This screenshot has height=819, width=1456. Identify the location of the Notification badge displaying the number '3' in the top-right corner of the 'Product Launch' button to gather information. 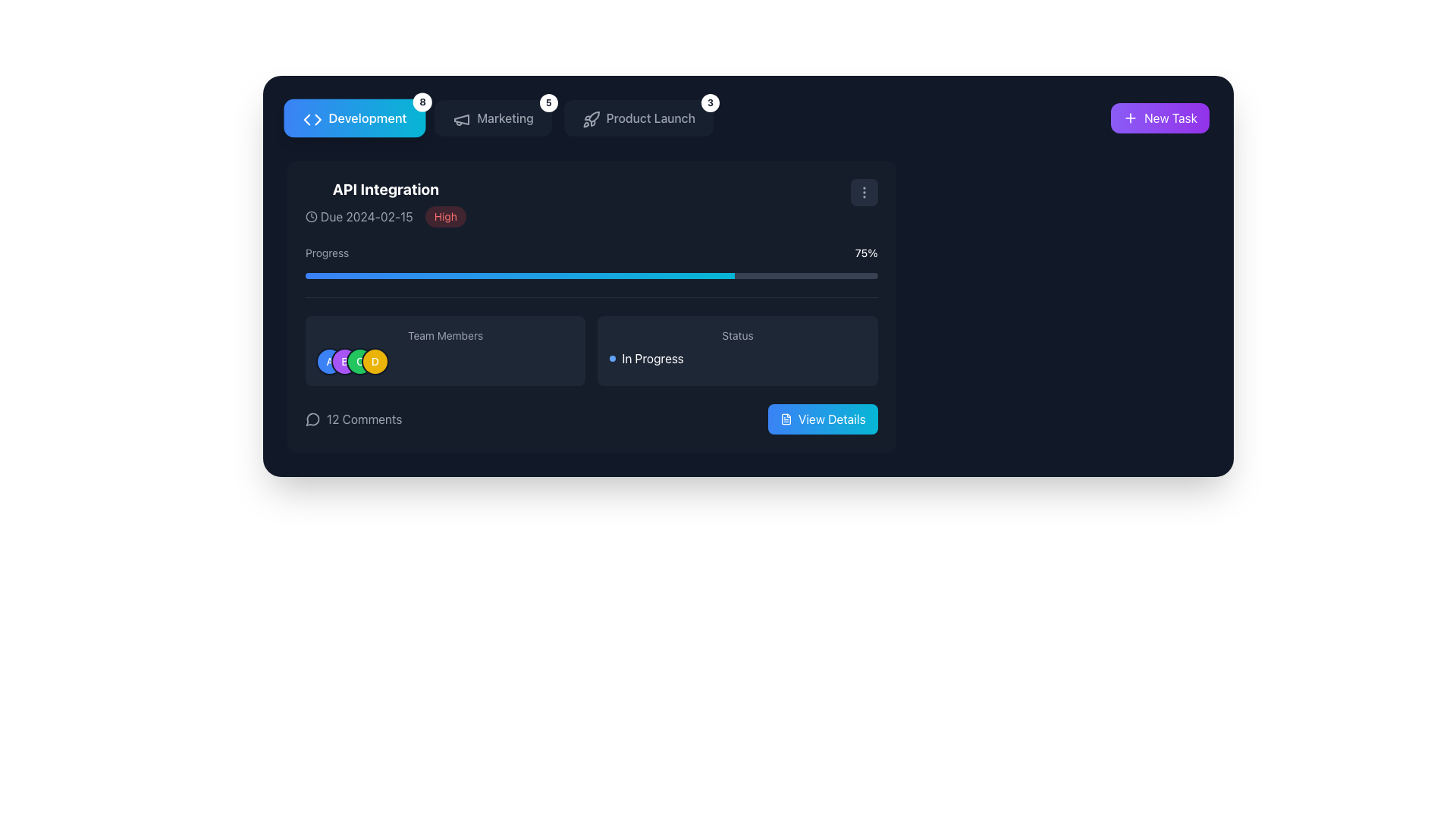
(709, 102).